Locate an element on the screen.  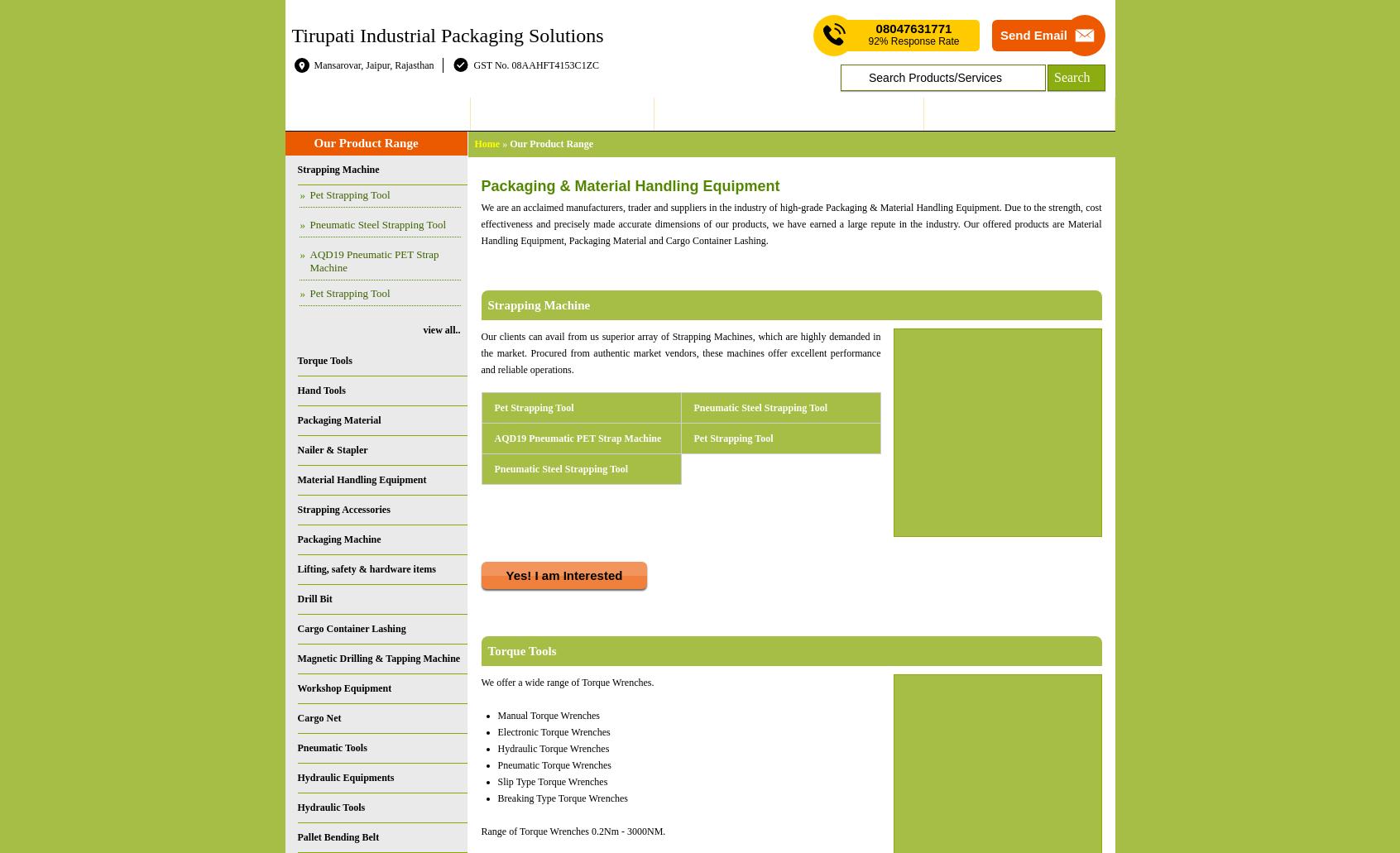
'Our clients can avail from us superior array of Strapping Machines, which are highly demanded in the market. Procured from authentic market vendors, these machines offer excellent performance and reliable operations.' is located at coordinates (680, 353).